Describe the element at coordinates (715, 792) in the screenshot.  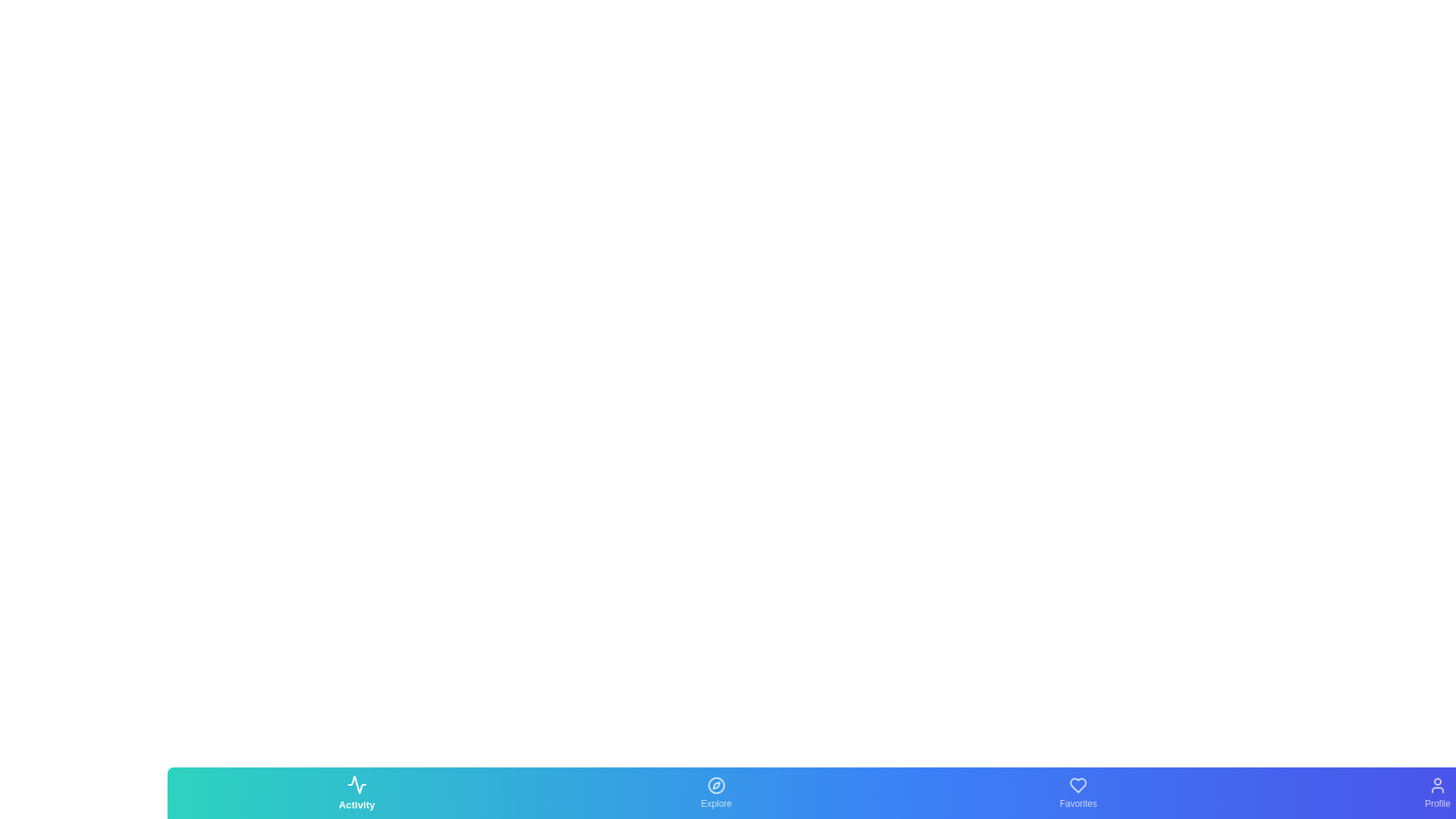
I see `the Explore tab by clicking on its corresponding button` at that location.